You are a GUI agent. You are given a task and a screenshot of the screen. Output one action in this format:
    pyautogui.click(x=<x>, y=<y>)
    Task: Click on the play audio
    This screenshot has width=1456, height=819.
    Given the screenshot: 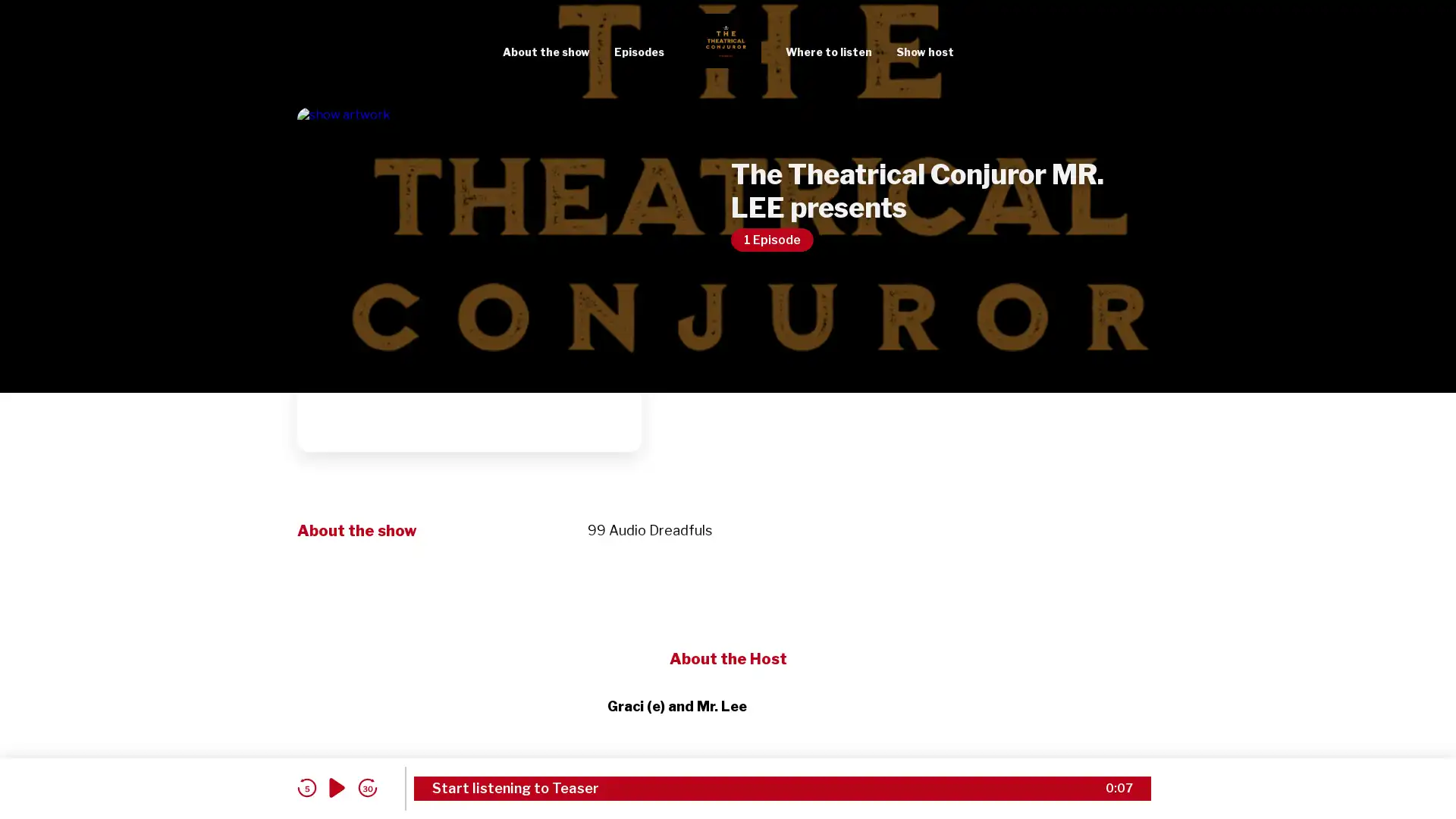 What is the action you would take?
    pyautogui.click(x=337, y=787)
    